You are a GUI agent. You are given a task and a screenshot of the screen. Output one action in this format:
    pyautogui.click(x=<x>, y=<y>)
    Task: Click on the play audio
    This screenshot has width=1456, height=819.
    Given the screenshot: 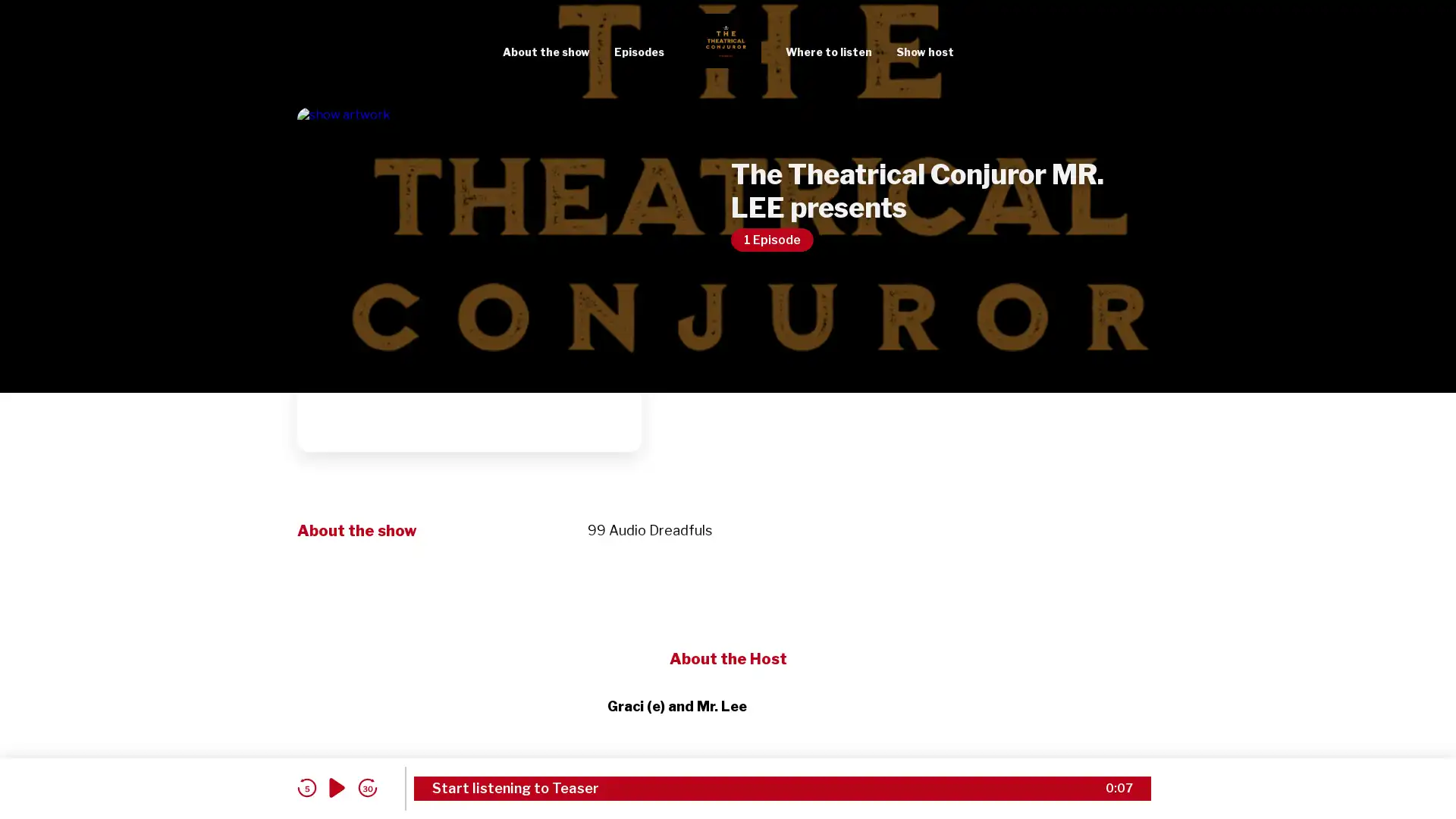 What is the action you would take?
    pyautogui.click(x=337, y=787)
    